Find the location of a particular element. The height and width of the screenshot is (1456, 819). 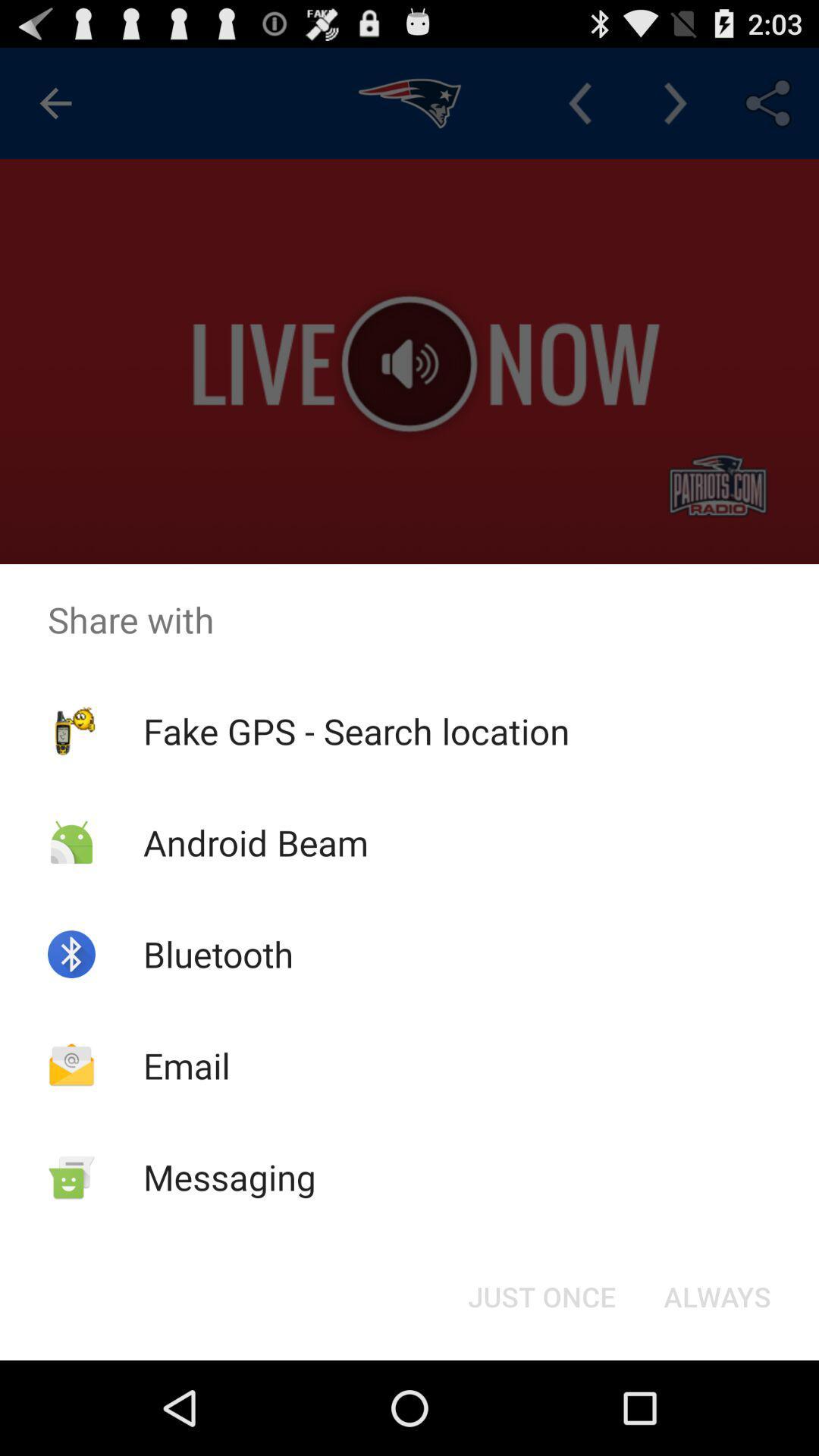

the email app is located at coordinates (186, 1065).